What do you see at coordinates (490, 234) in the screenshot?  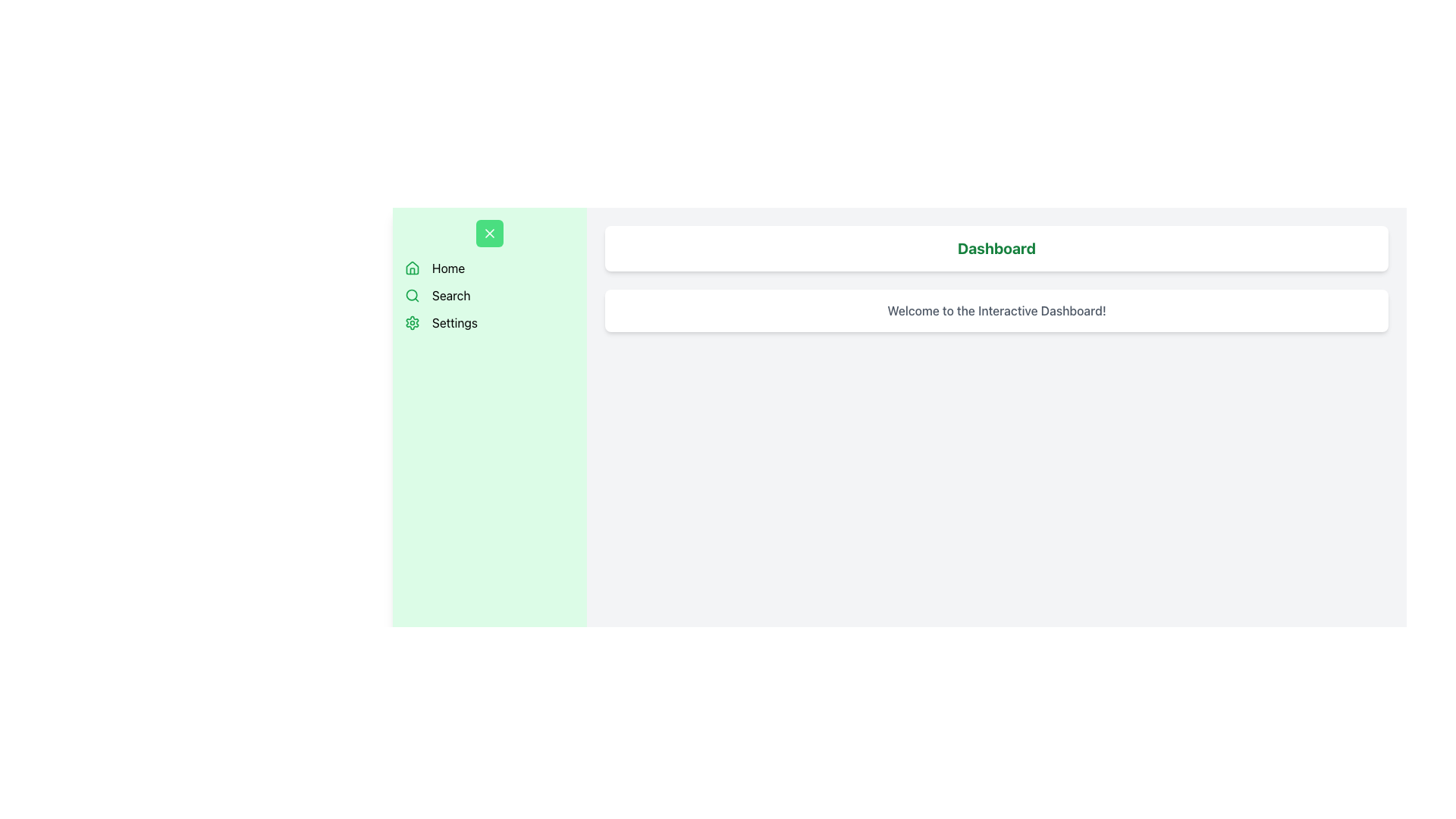 I see `the small diagonal cross ('X') icon within the green square button at the top of the vertical sidebar menu` at bounding box center [490, 234].